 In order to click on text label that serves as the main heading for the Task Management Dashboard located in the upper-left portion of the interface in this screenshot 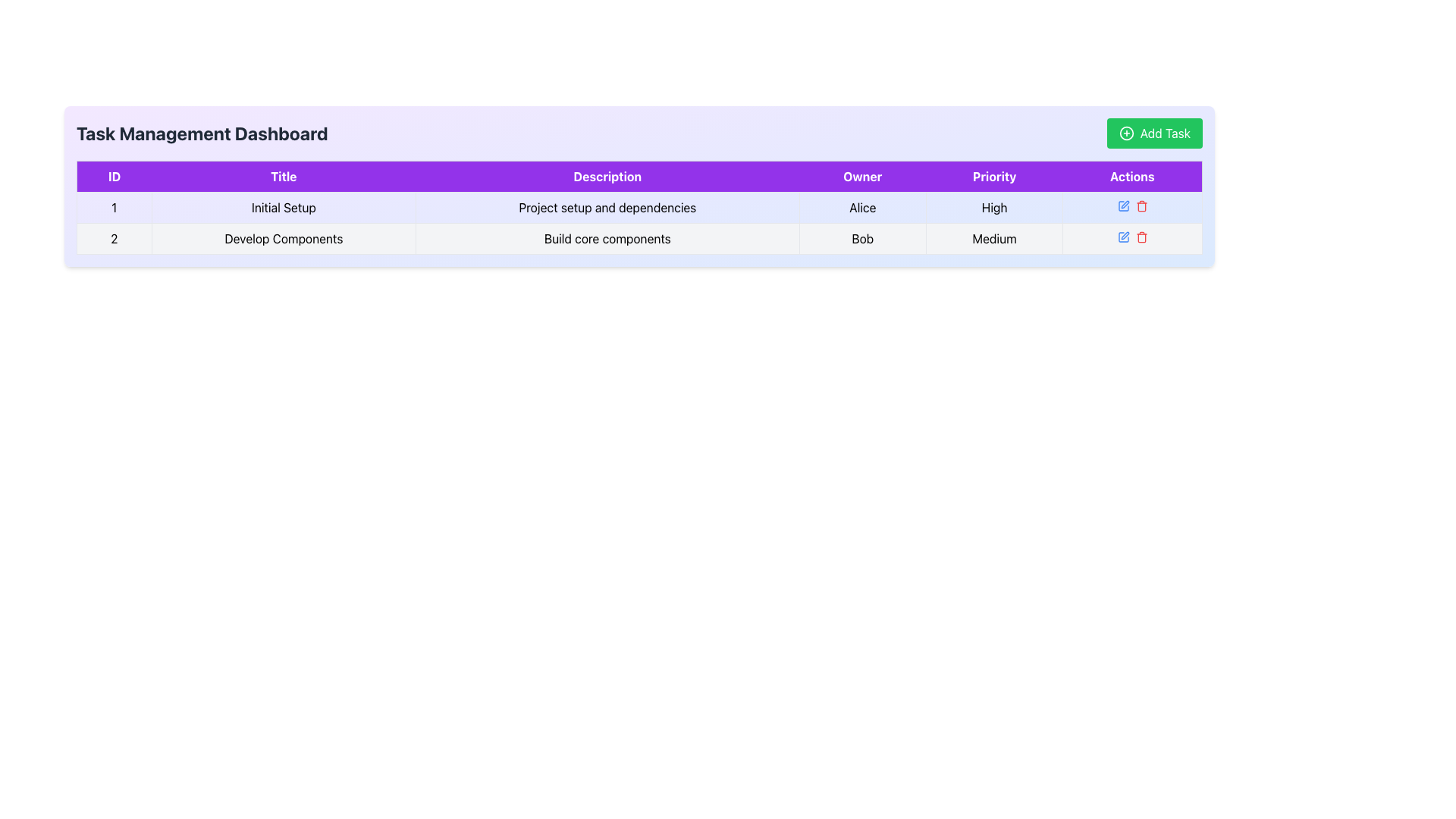, I will do `click(201, 133)`.